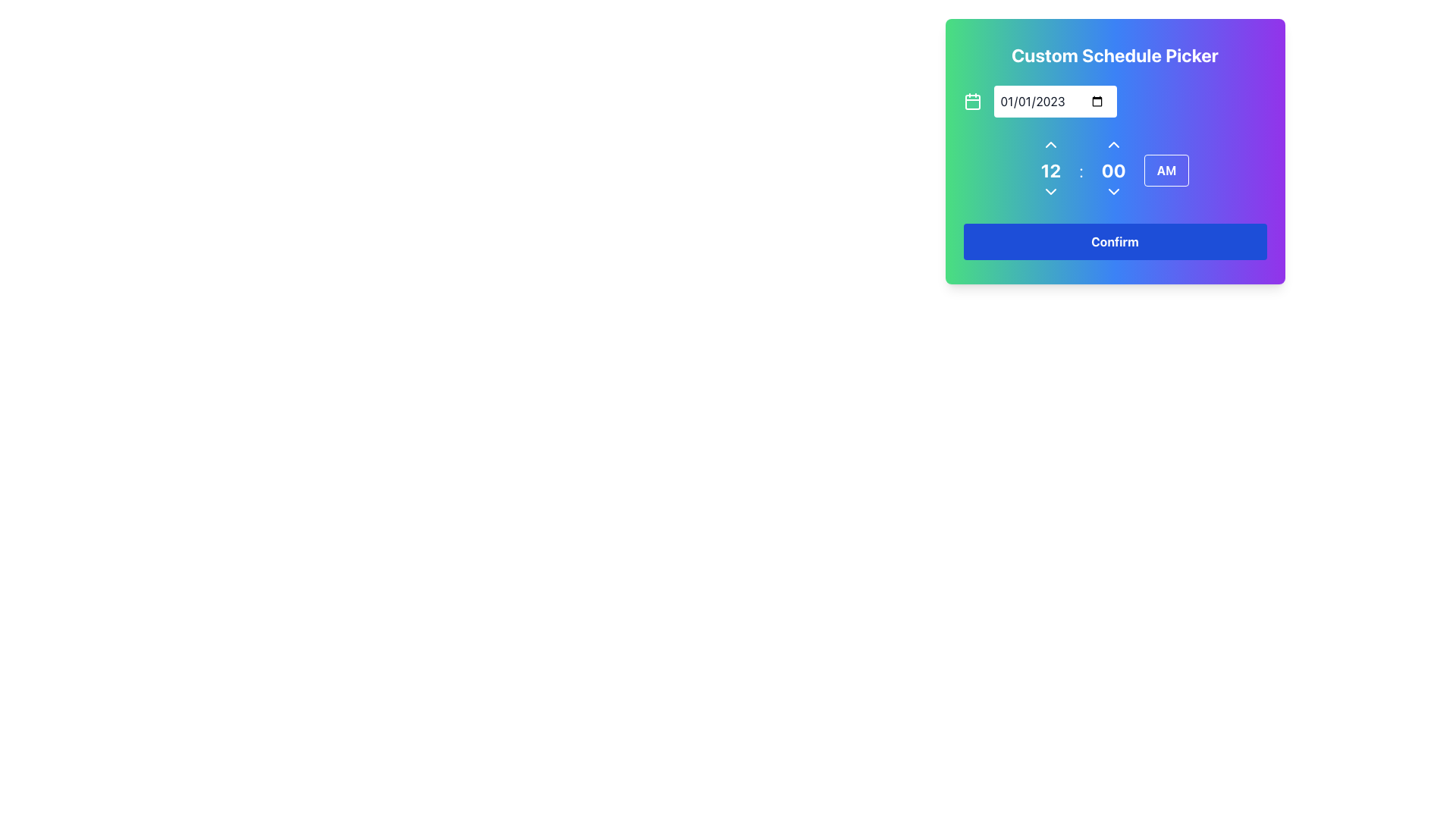  I want to click on the static text display for the hour value in the time picker interface, located between the upward and downward arrow symbols, so click(1050, 170).